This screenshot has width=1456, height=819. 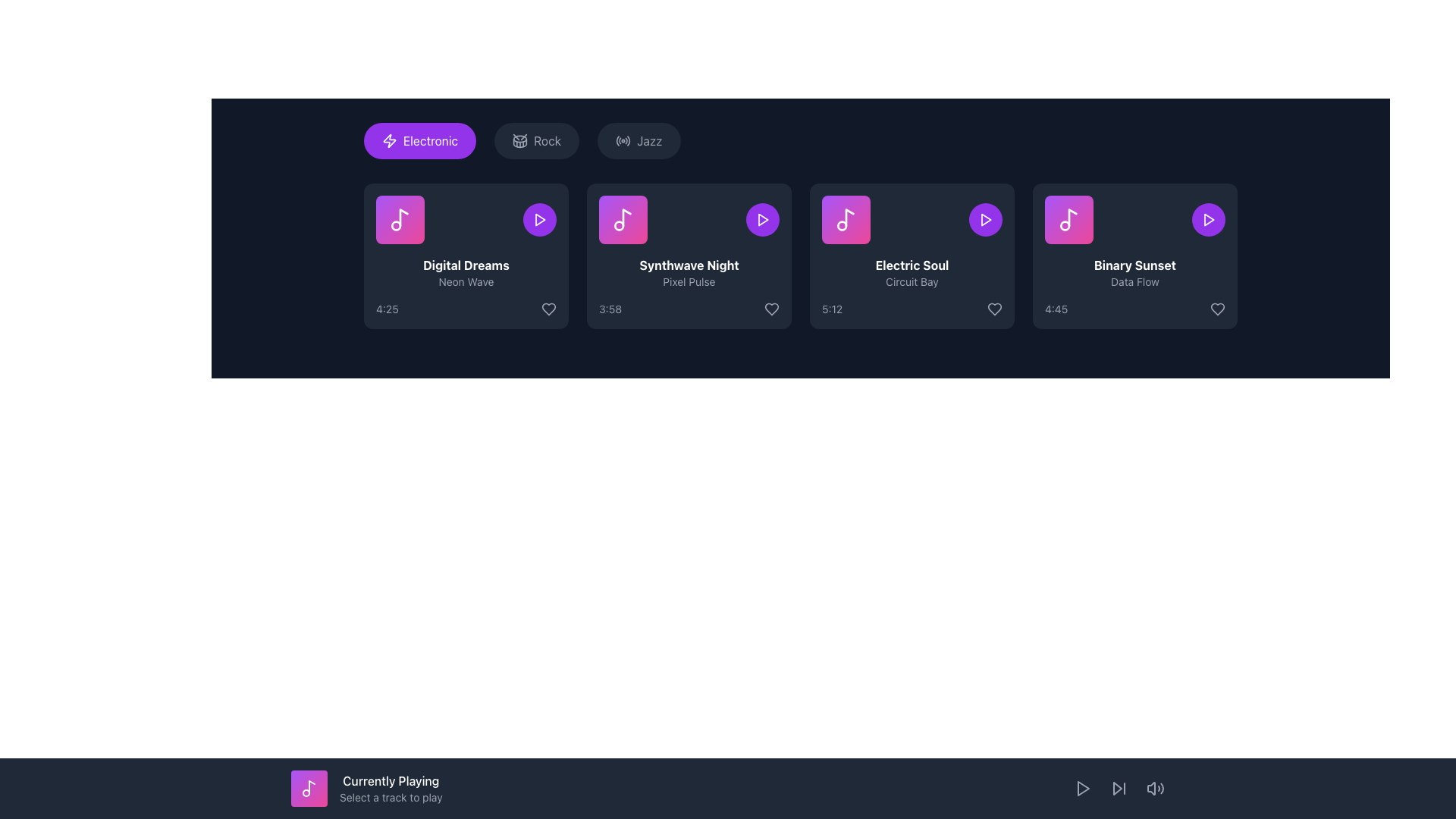 What do you see at coordinates (986, 219) in the screenshot?
I see `the play button located to the right of the text 'Electric Soul', which is the third button from the left in its row` at bounding box center [986, 219].